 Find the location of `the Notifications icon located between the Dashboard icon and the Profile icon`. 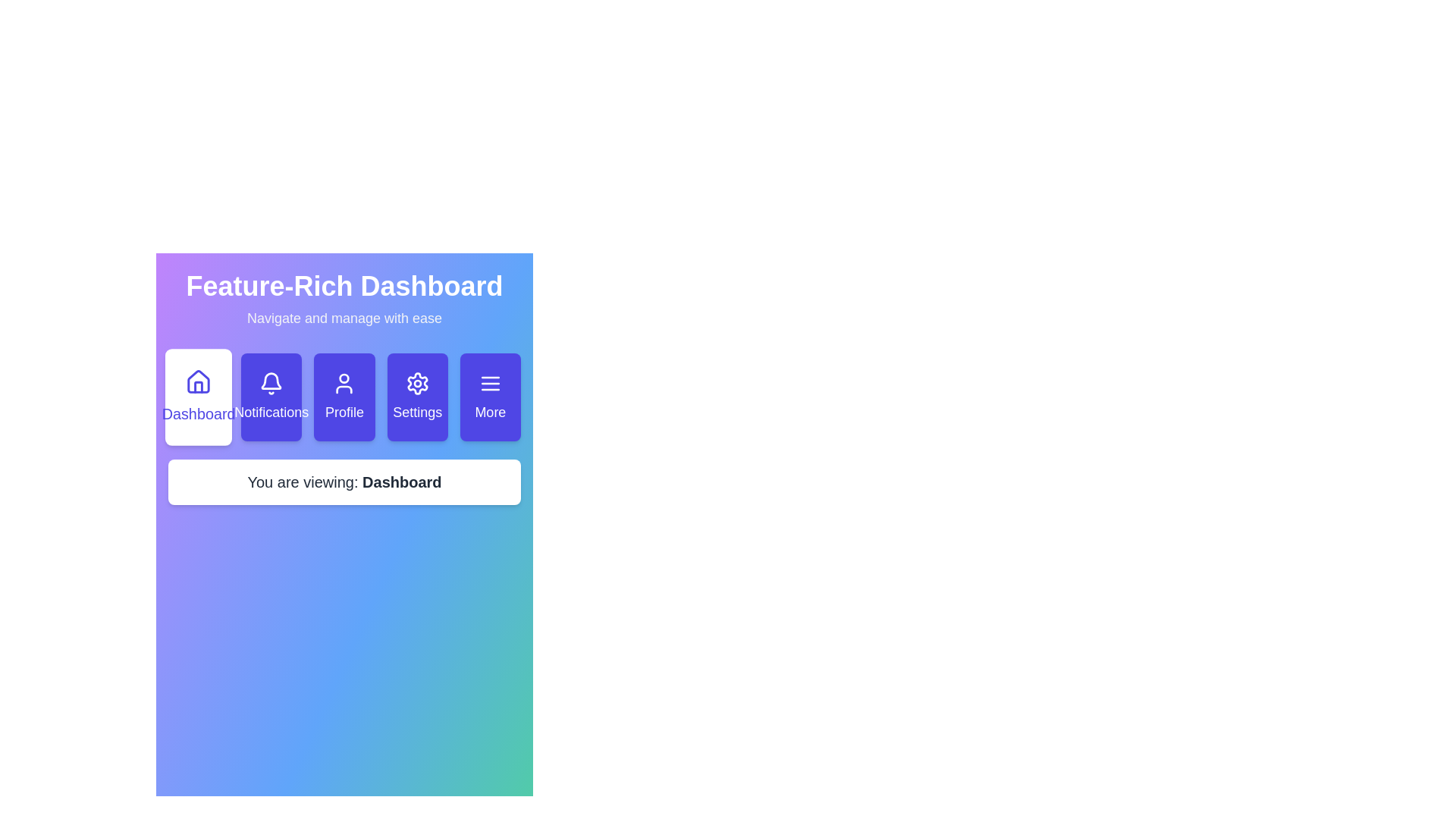

the Notifications icon located between the Dashboard icon and the Profile icon is located at coordinates (271, 380).